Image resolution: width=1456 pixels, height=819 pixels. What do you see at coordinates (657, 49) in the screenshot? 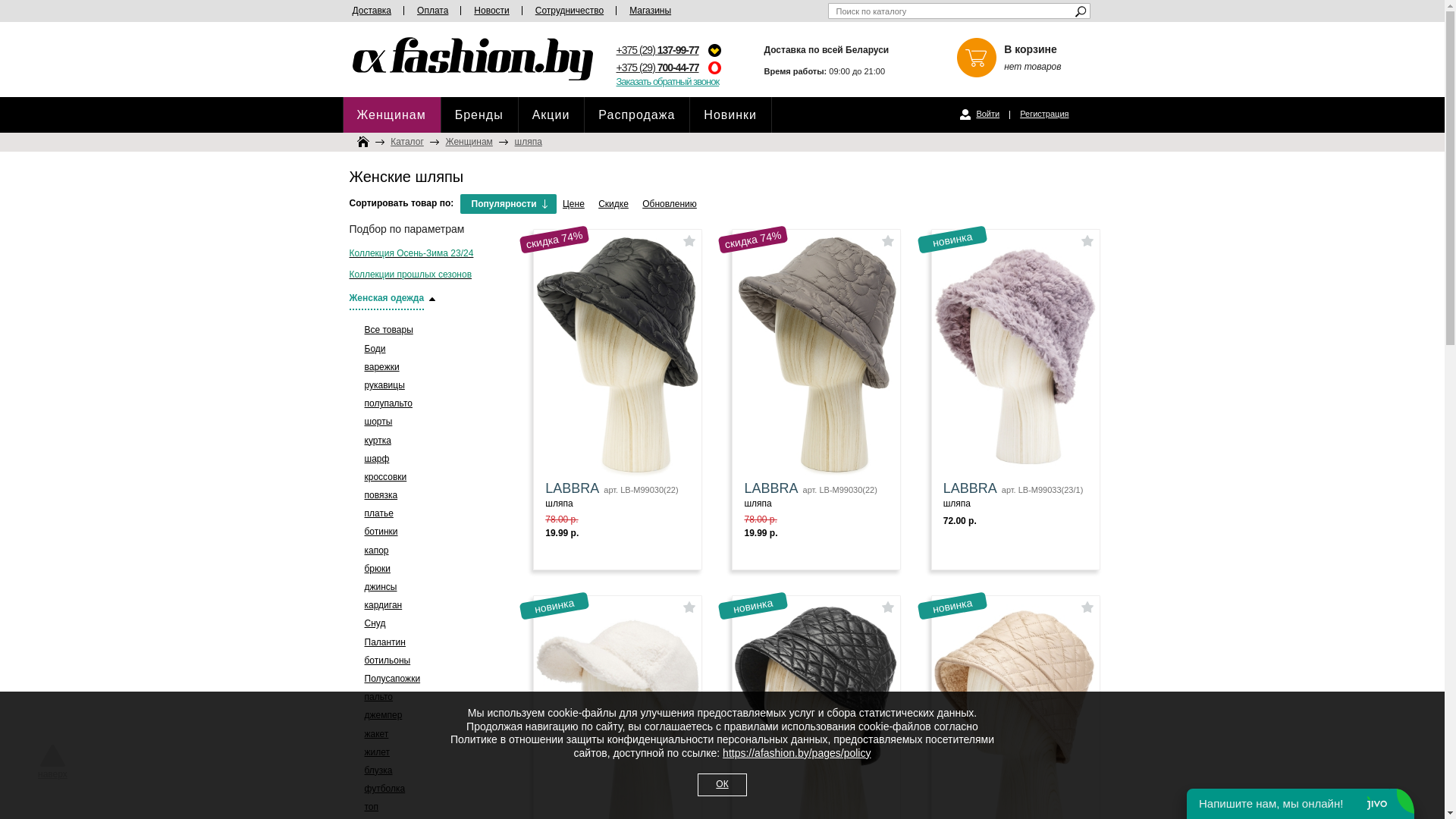
I see `'+375 (29) 137-99-77'` at bounding box center [657, 49].